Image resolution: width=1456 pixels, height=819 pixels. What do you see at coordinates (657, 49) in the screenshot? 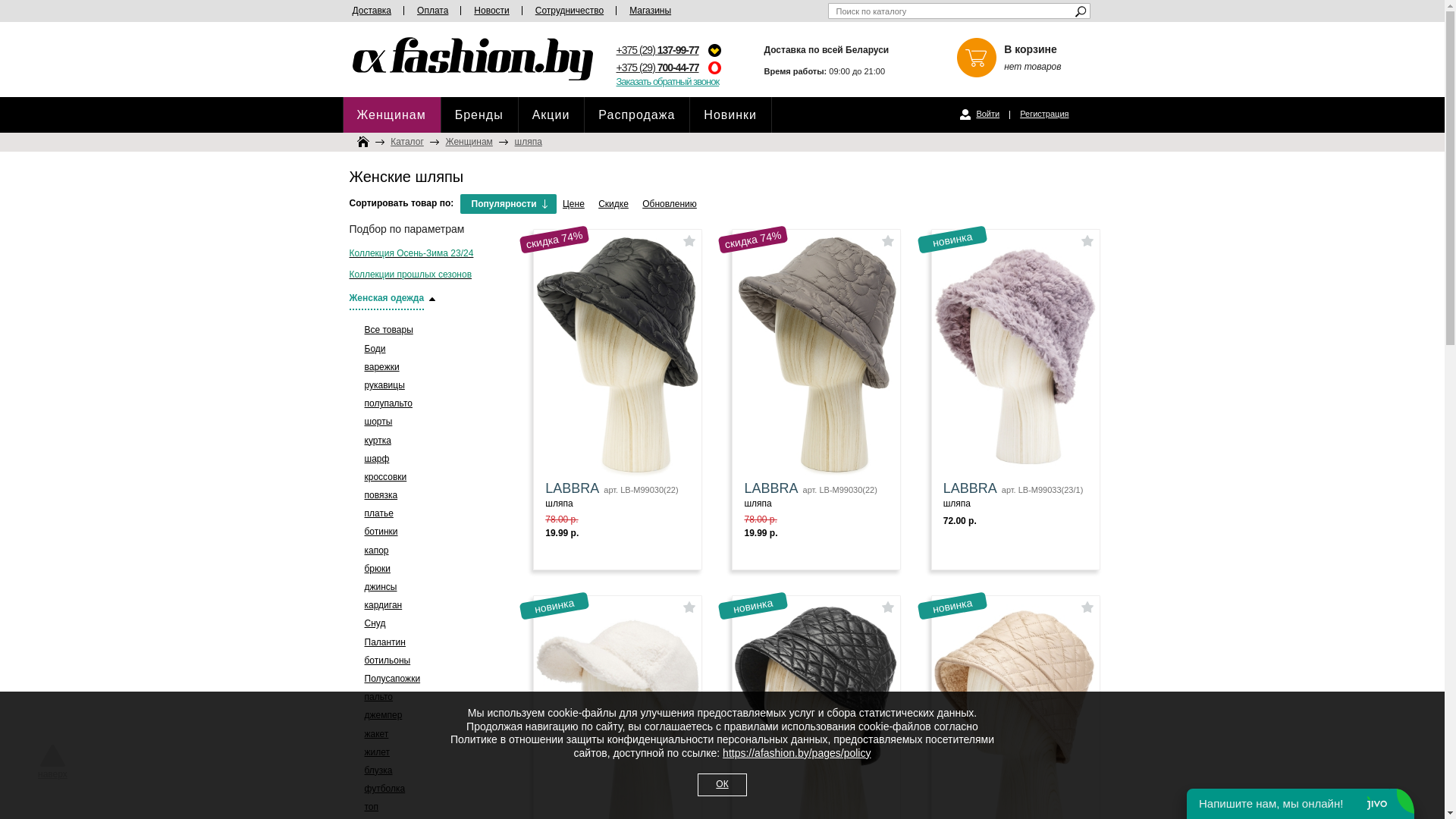
I see `'+375 (29) 137-99-77'` at bounding box center [657, 49].